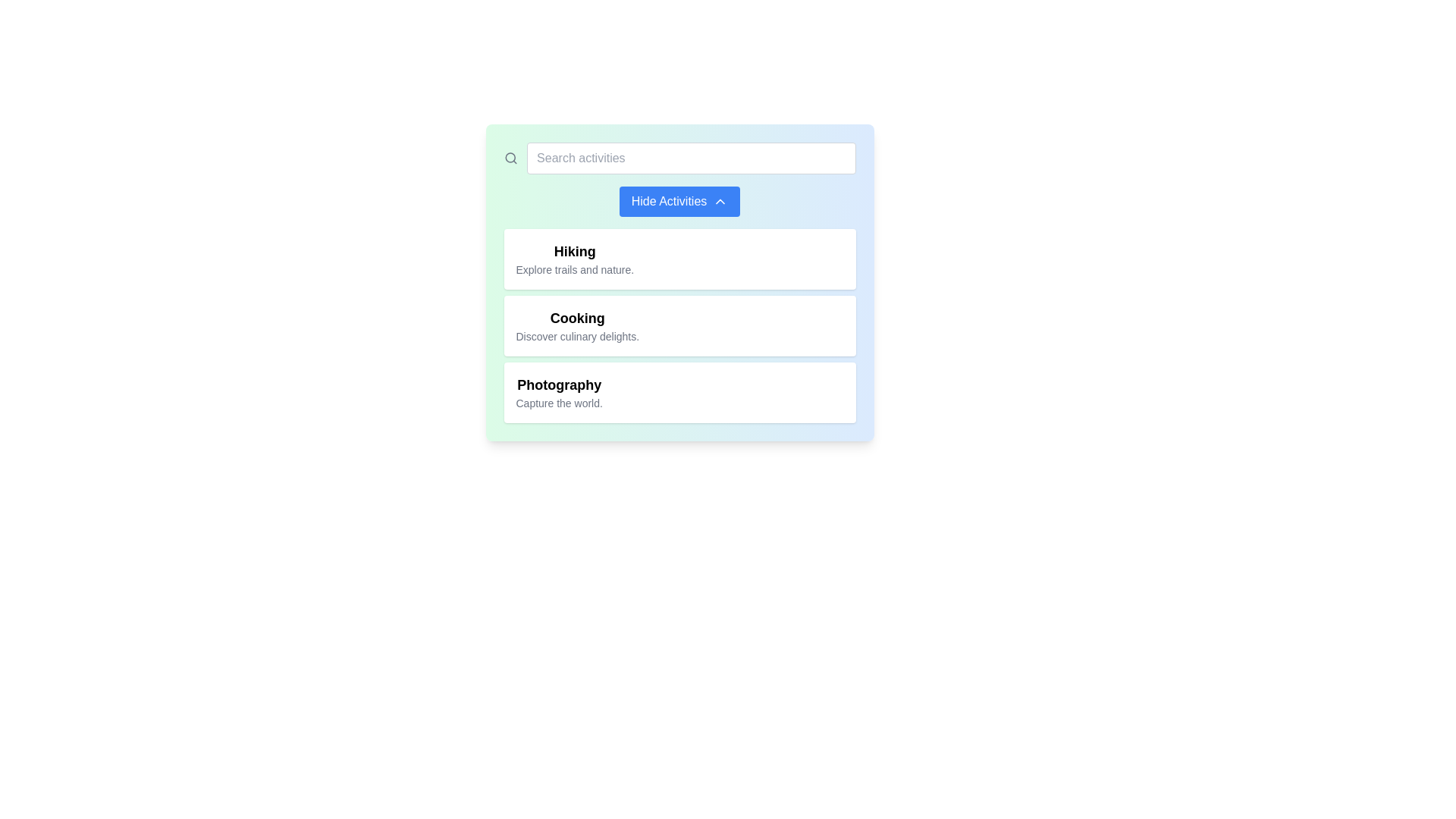 This screenshot has height=819, width=1456. I want to click on prominently displayed bold text label 'Cooking' located centrally above the gray descriptive text 'Discover culinary delights.', so click(576, 318).